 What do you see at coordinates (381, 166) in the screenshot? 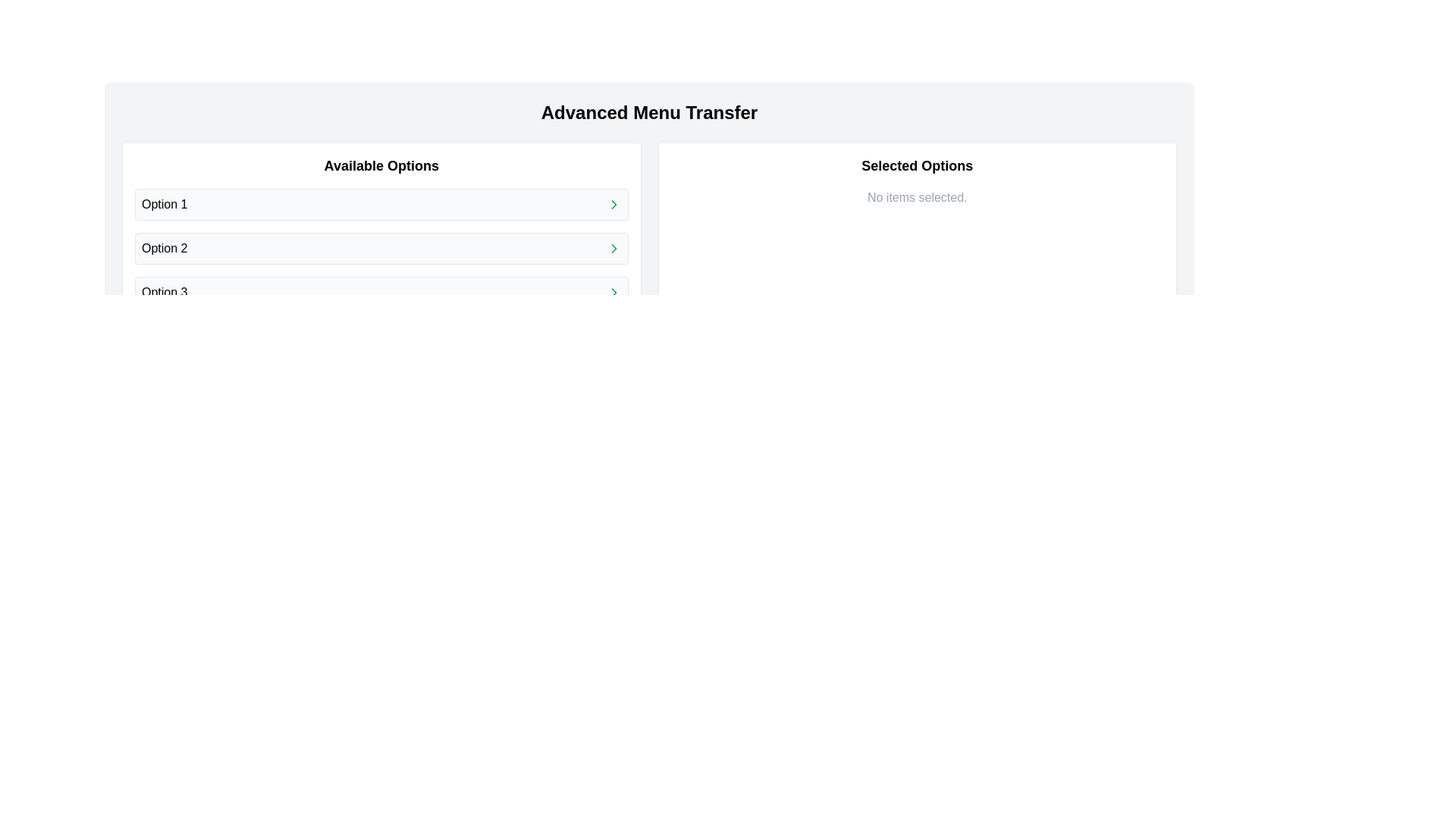
I see `the static text label at the top of the white, rounded, shadowed panel that introduces the section below it` at bounding box center [381, 166].